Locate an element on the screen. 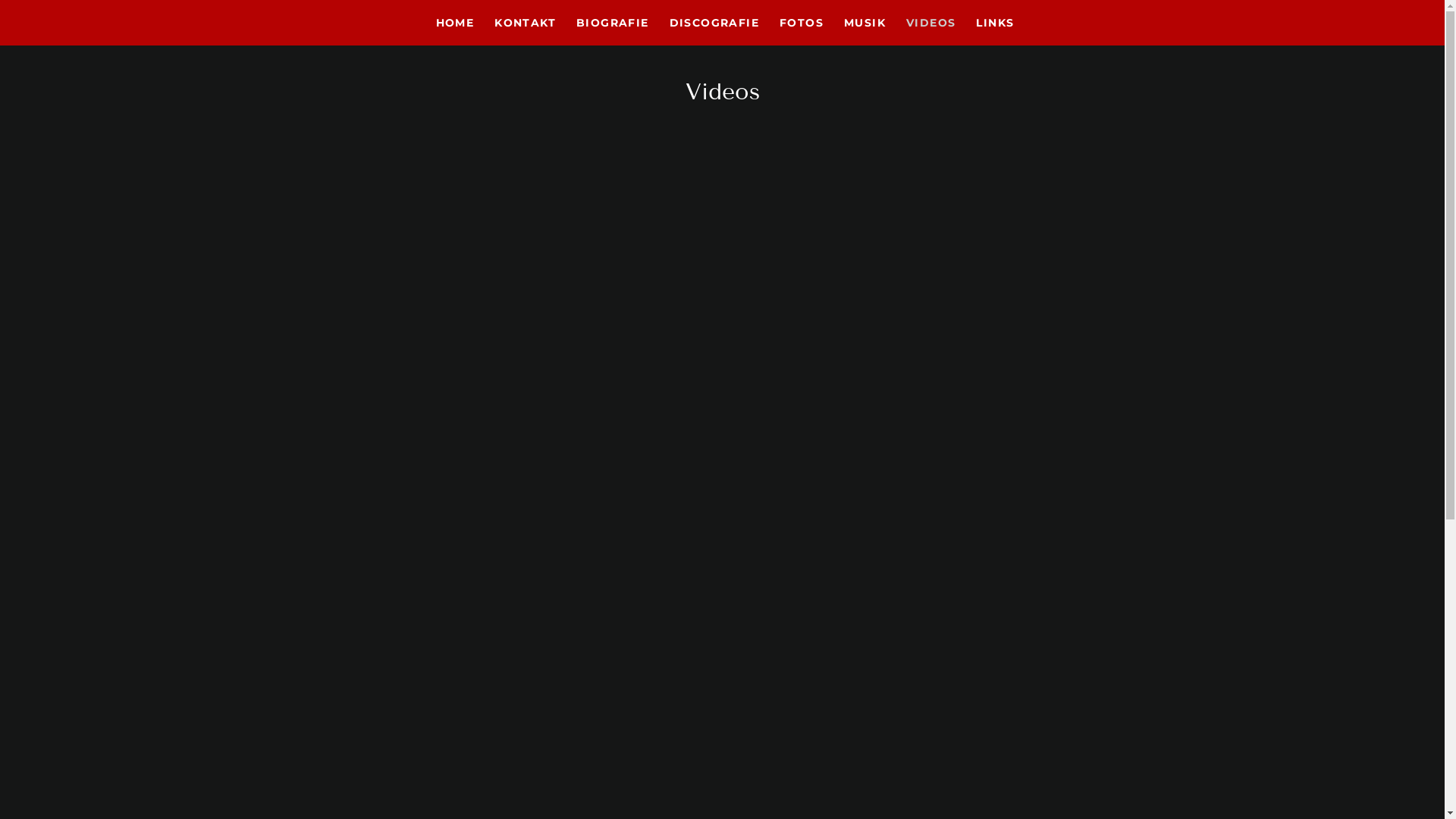 This screenshot has width=1456, height=819. 'BIOGRAFIE' is located at coordinates (564, 23).